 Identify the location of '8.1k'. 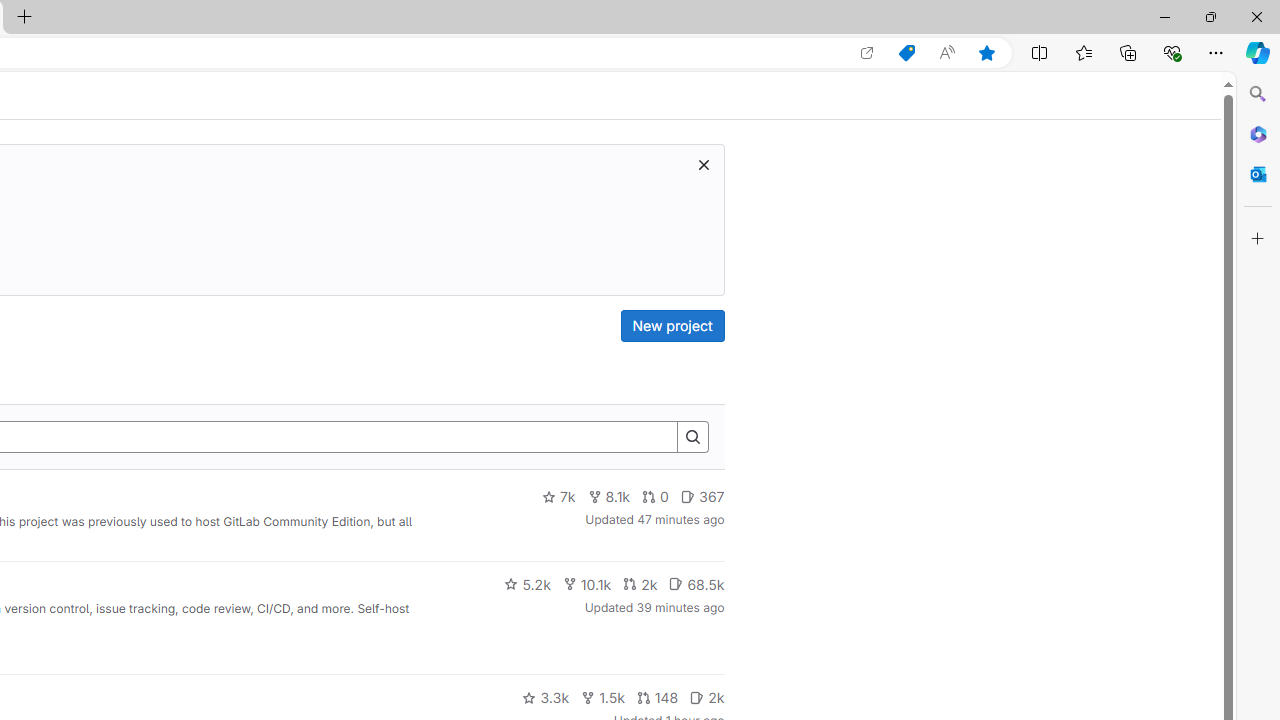
(608, 496).